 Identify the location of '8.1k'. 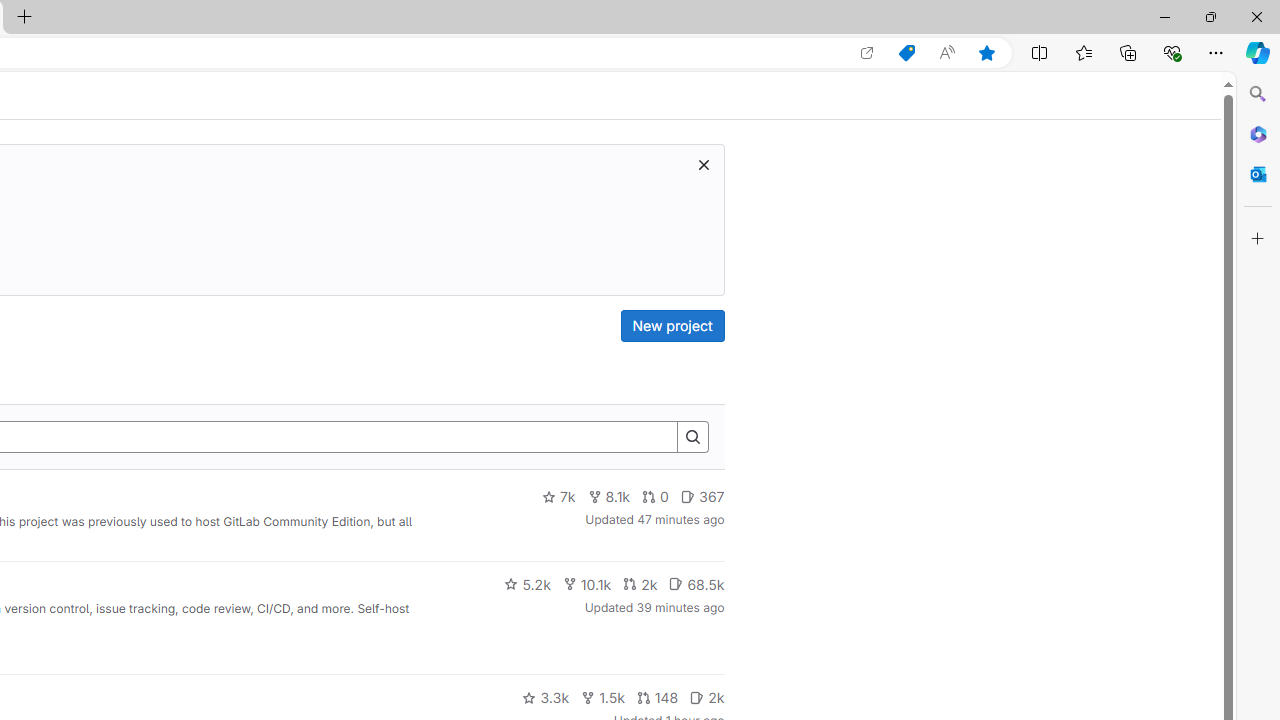
(608, 496).